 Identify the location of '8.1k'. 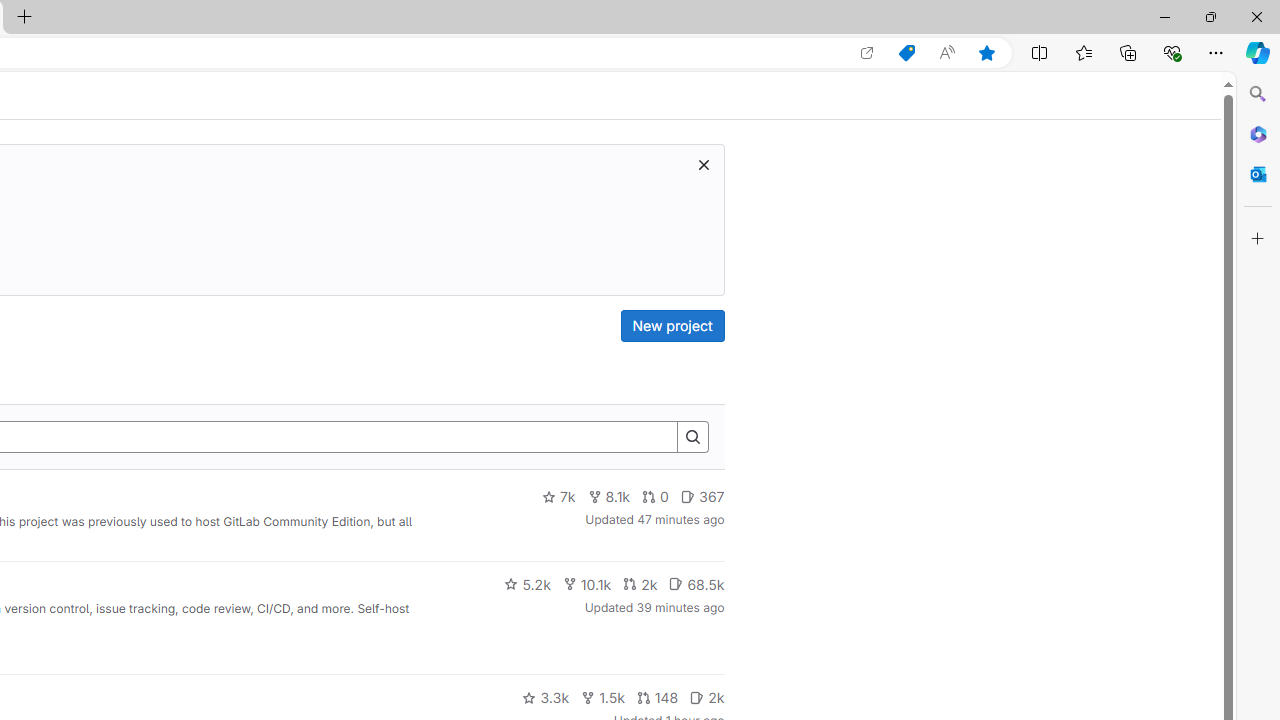
(608, 496).